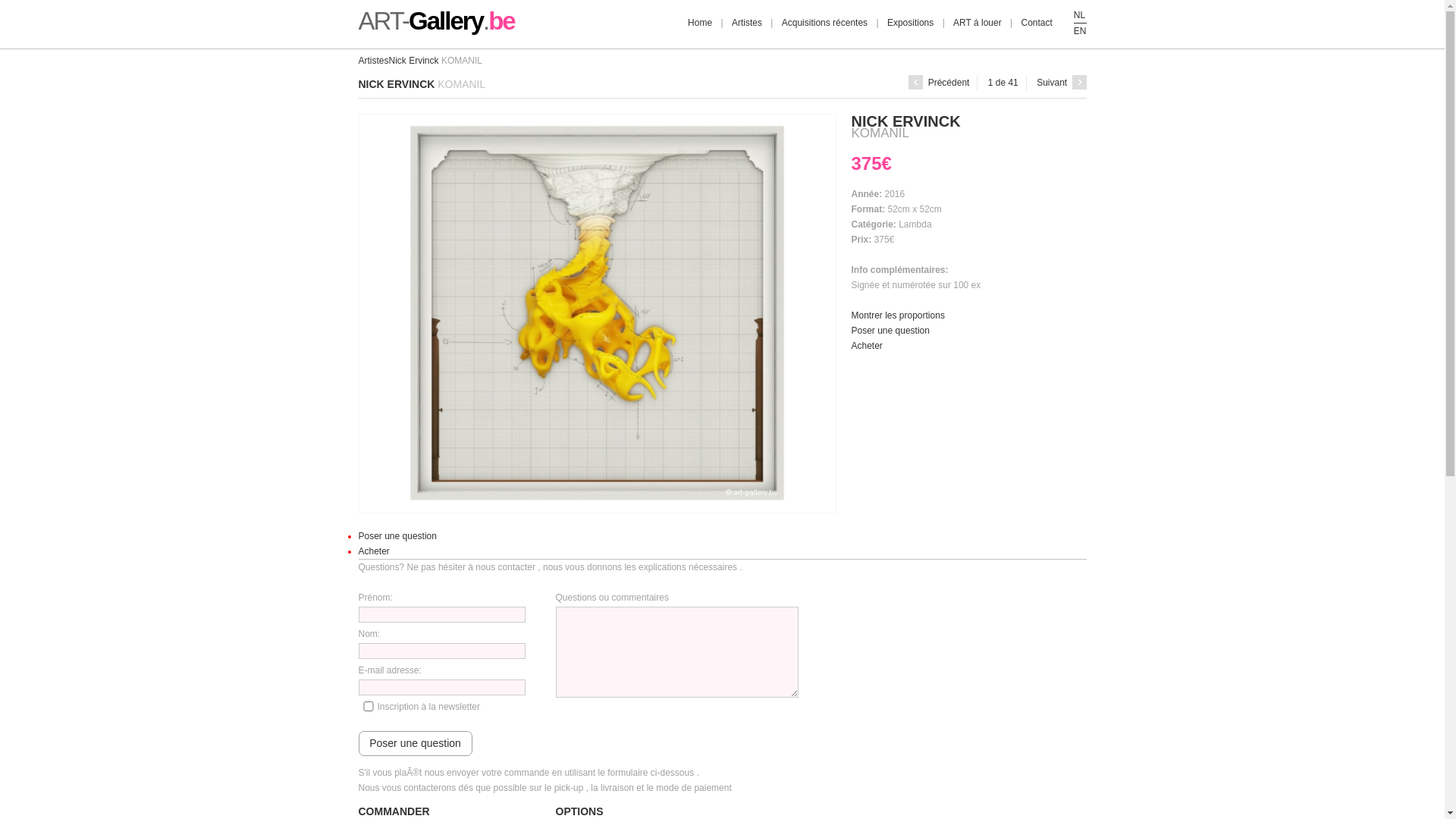 The width and height of the screenshot is (1456, 819). I want to click on 'Artistes', so click(724, 23).